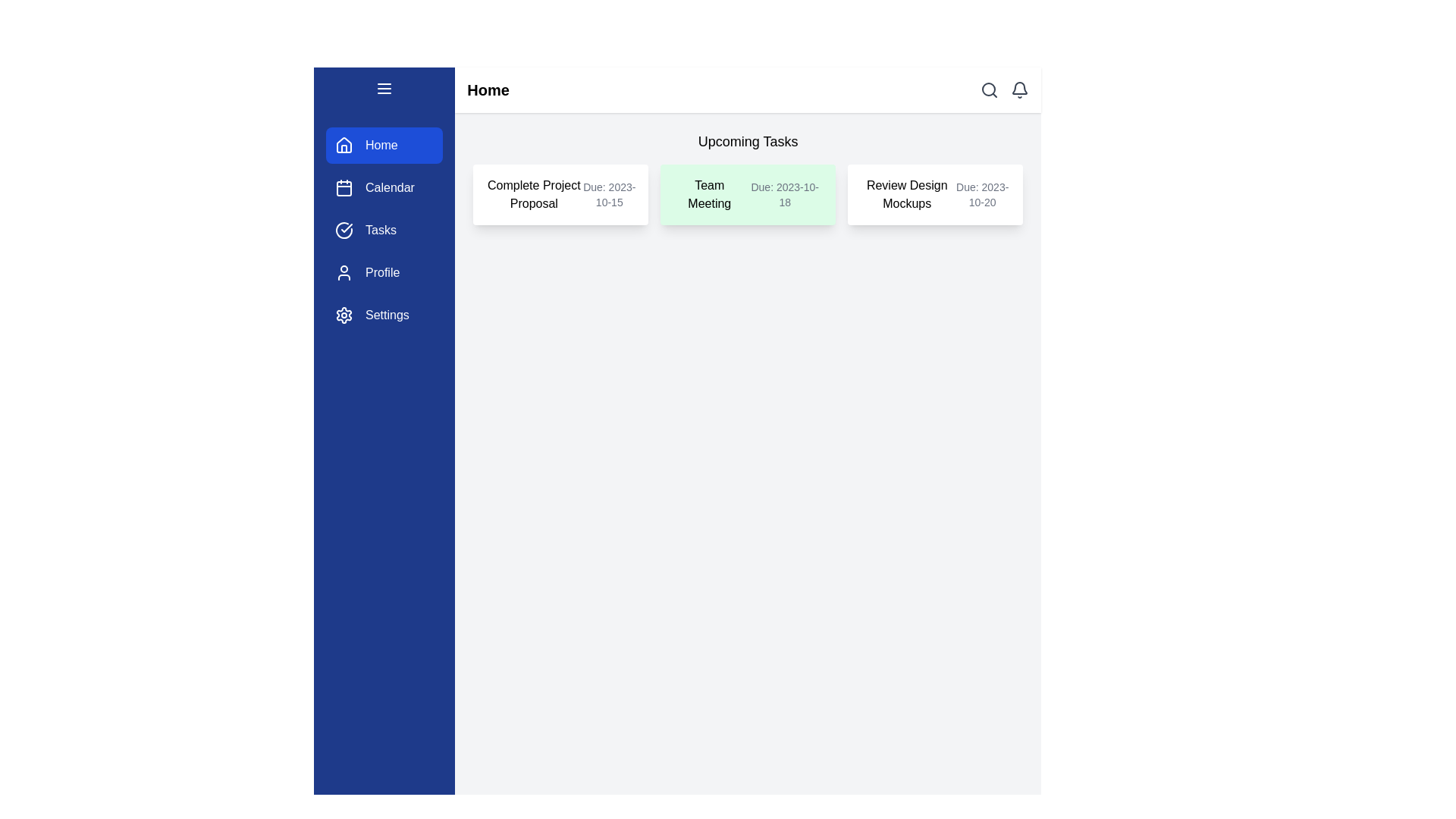 The height and width of the screenshot is (819, 1456). What do you see at coordinates (907, 194) in the screenshot?
I see `the text label in the rightmost task card of the 'Upcoming Tasks' section` at bounding box center [907, 194].